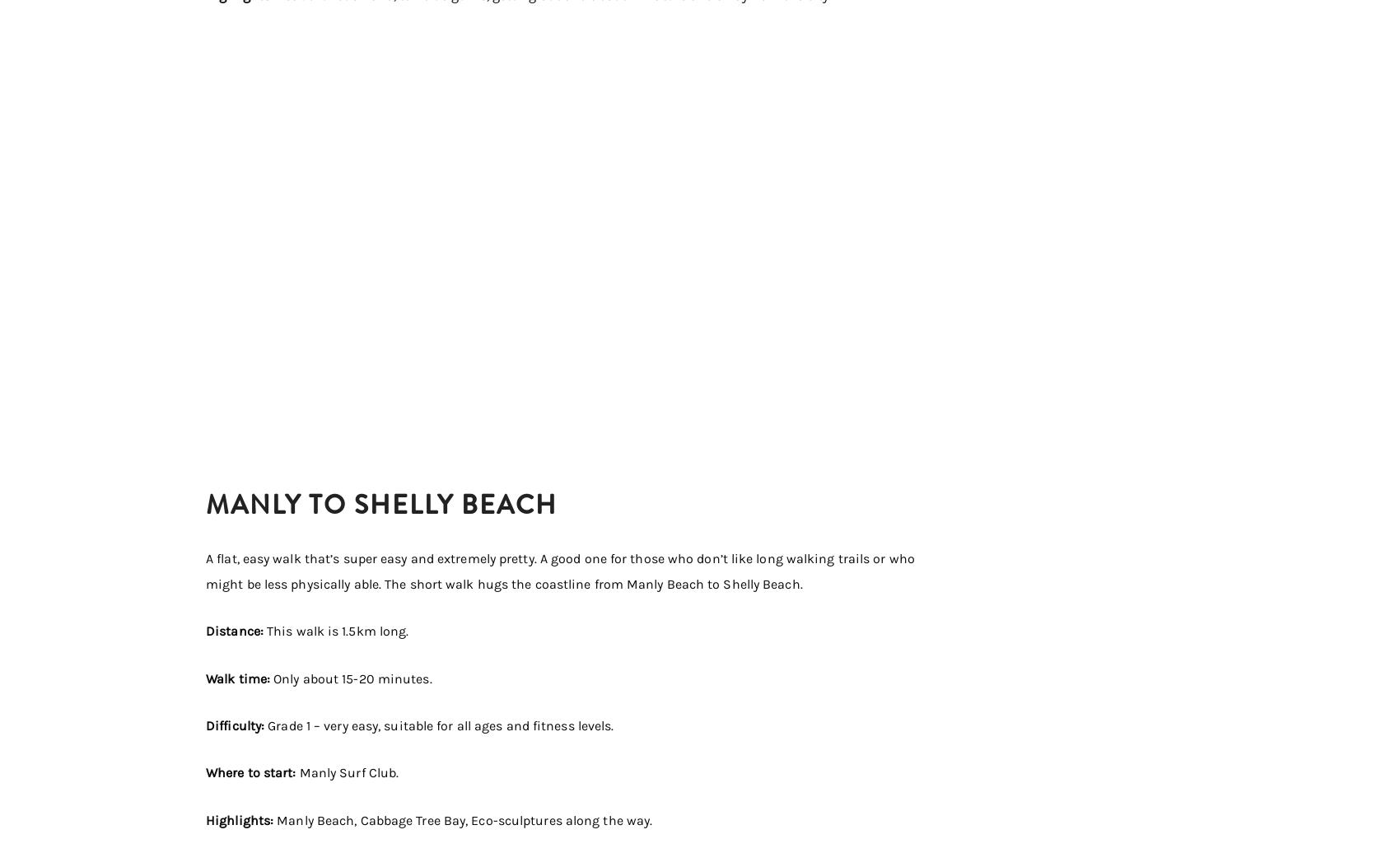  I want to click on 'Walk time:', so click(240, 678).